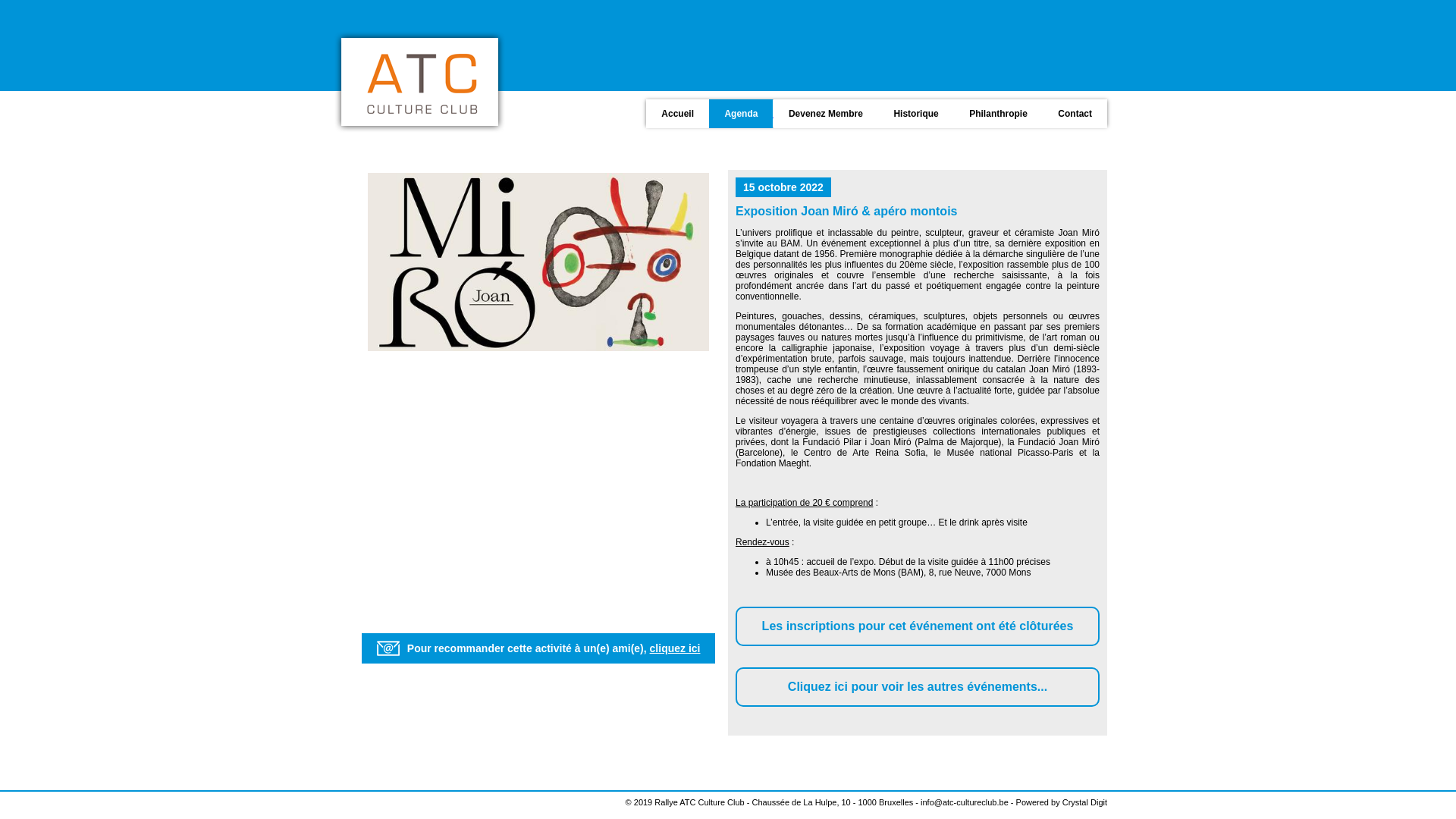 This screenshot has width=1456, height=819. I want to click on 'cliquez ici', so click(674, 648).